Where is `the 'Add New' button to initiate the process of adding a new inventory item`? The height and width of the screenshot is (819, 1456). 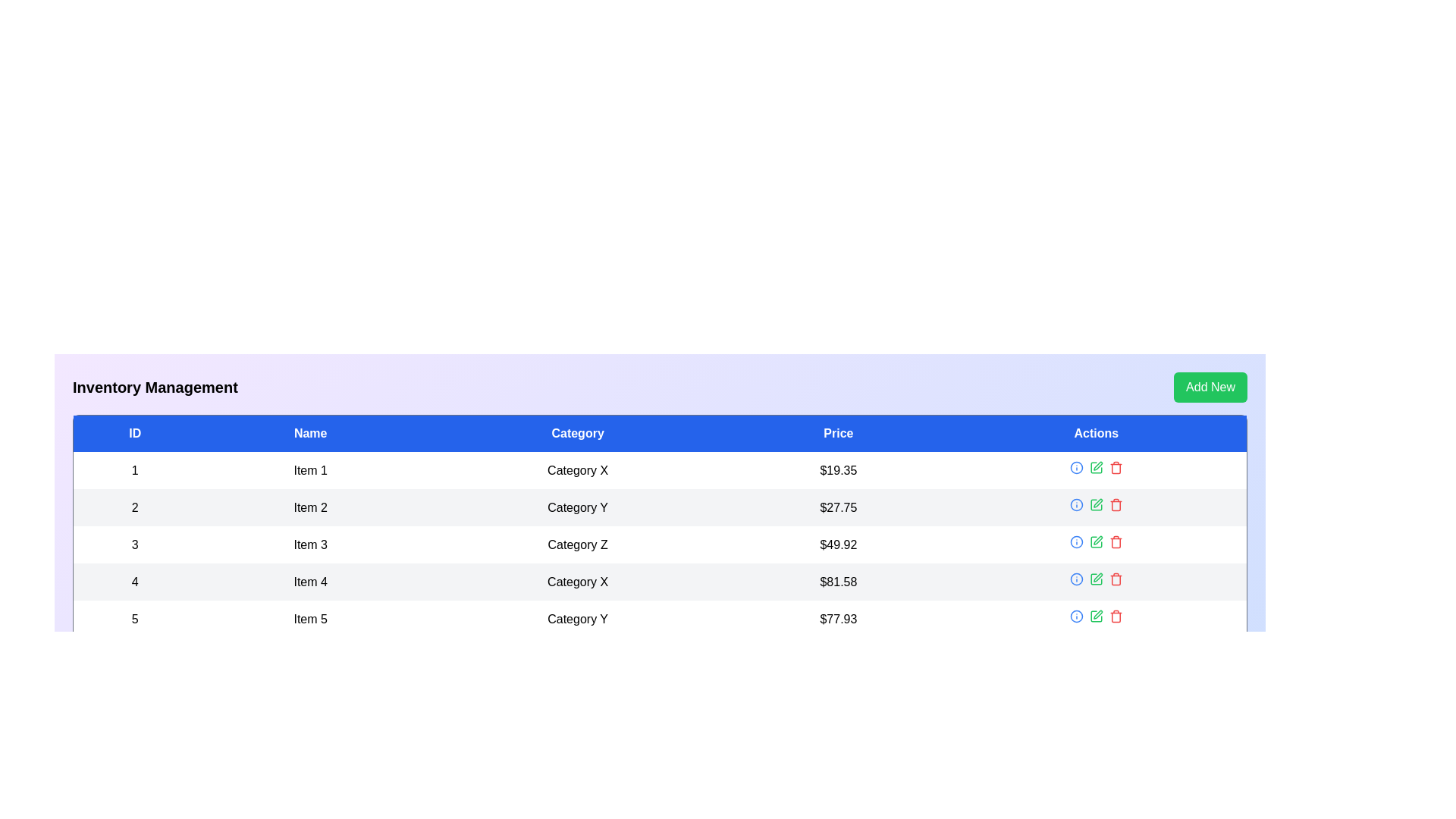 the 'Add New' button to initiate the process of adding a new inventory item is located at coordinates (1210, 386).